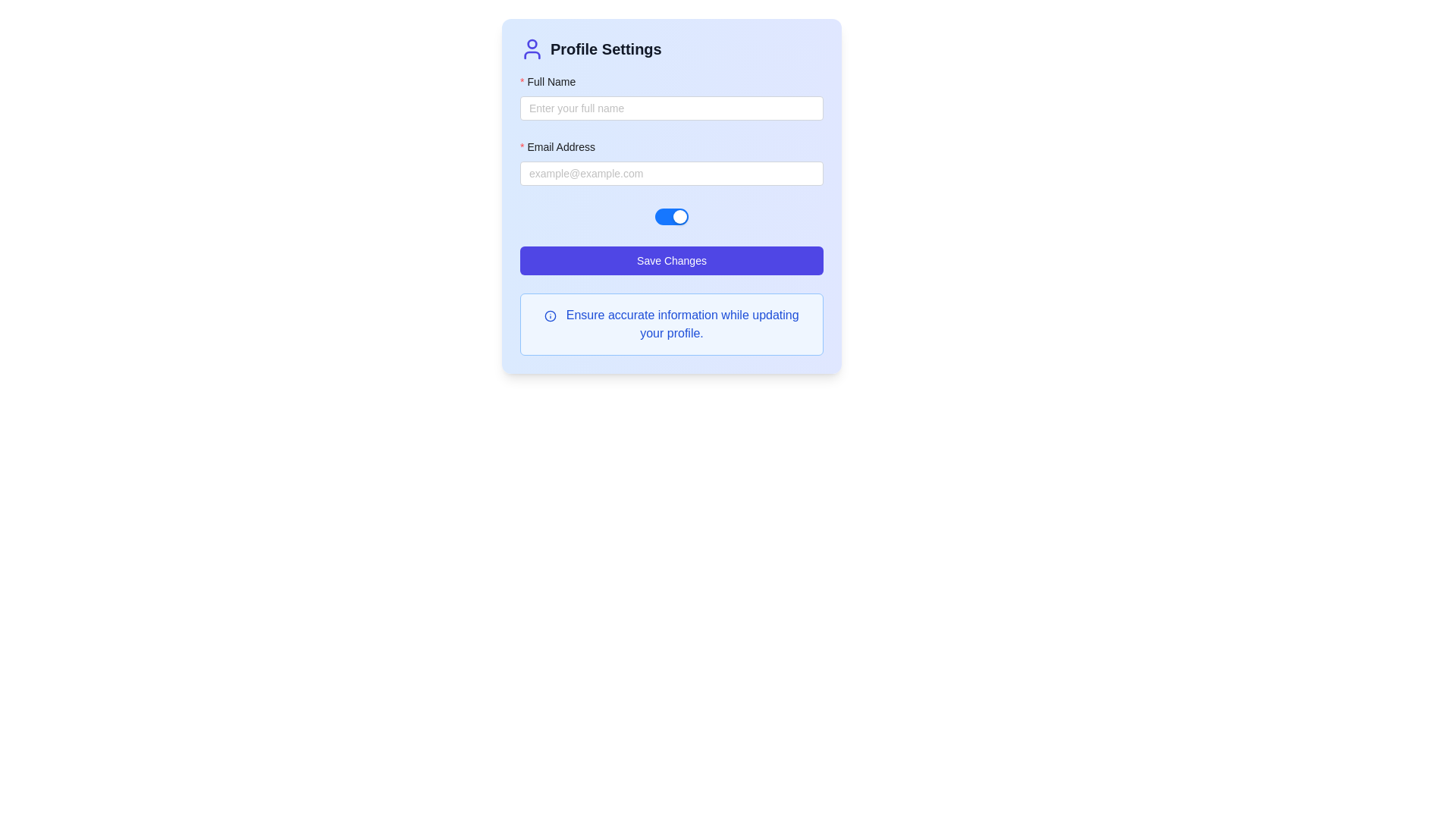  Describe the element at coordinates (562, 146) in the screenshot. I see `the 'Email Address' label element, which is indicated by a bold text and a red asterisk, located above the email input field` at that location.